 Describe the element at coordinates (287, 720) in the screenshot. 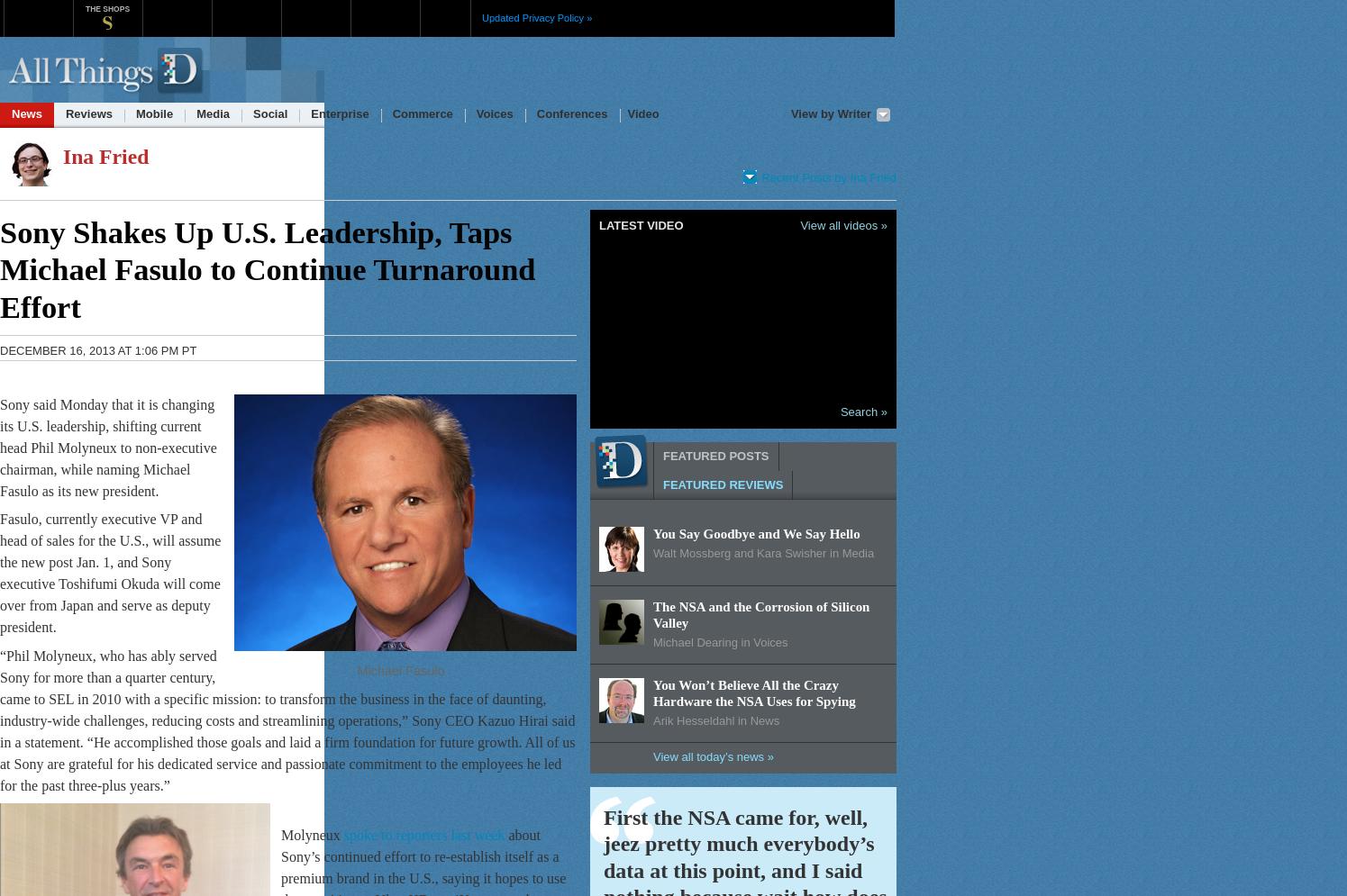

I see `'“Phil Molyneux, who has ably served Sony for more than a quarter century, came to SEL in 2010 with a specific mission: to transform the business in the face of daunting, industry-wide challenges, reducing costs and streamlining operations,” Sony CEO Kazuo Hirai said in a statement. “He accomplished those goals and laid a firm foundation for future growth. All of us at Sony are grateful for his dedicated service and passionate commitment to the employees he led for the past three-plus years.”'` at that location.